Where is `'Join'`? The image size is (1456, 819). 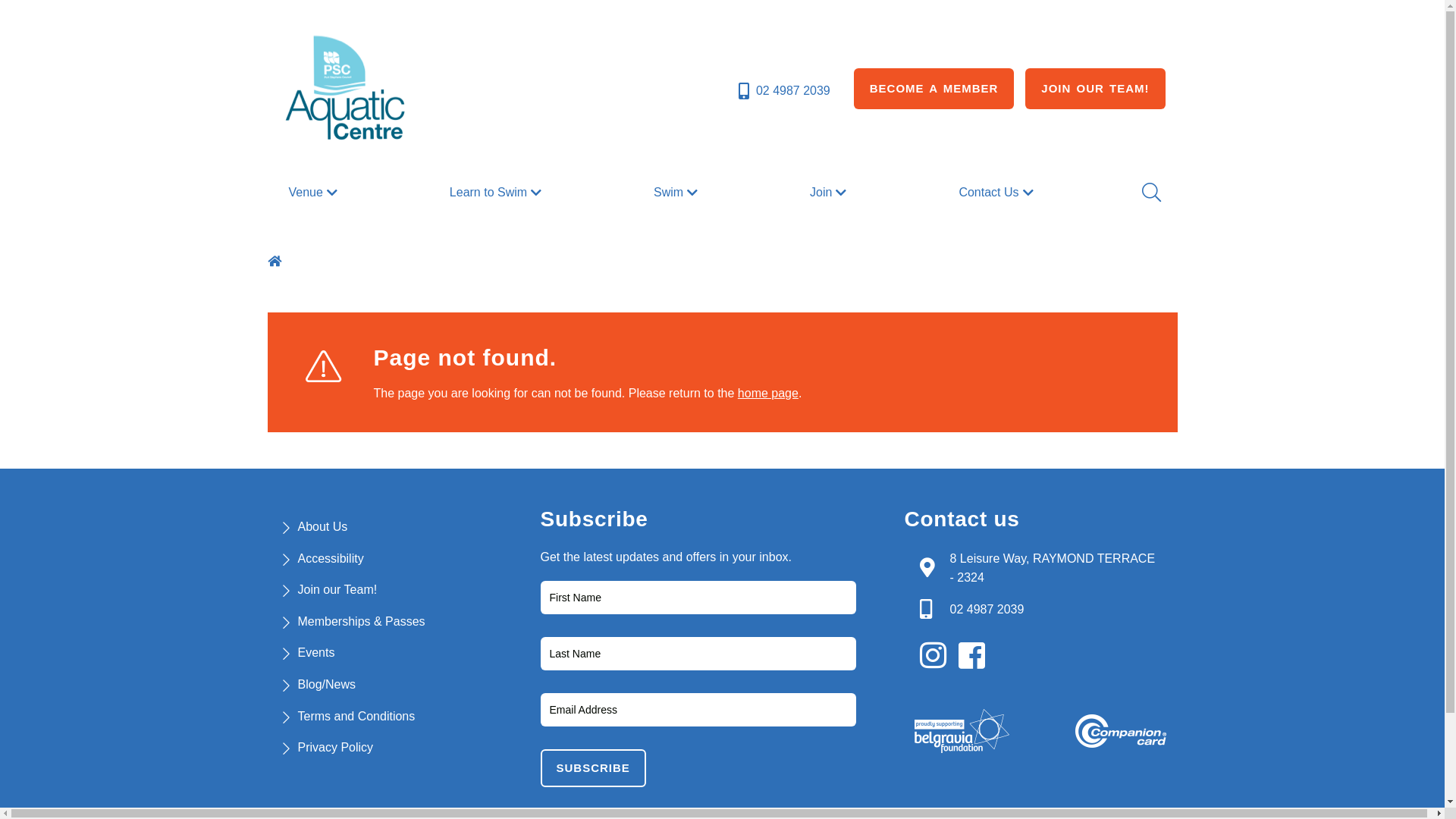
'Join' is located at coordinates (803, 192).